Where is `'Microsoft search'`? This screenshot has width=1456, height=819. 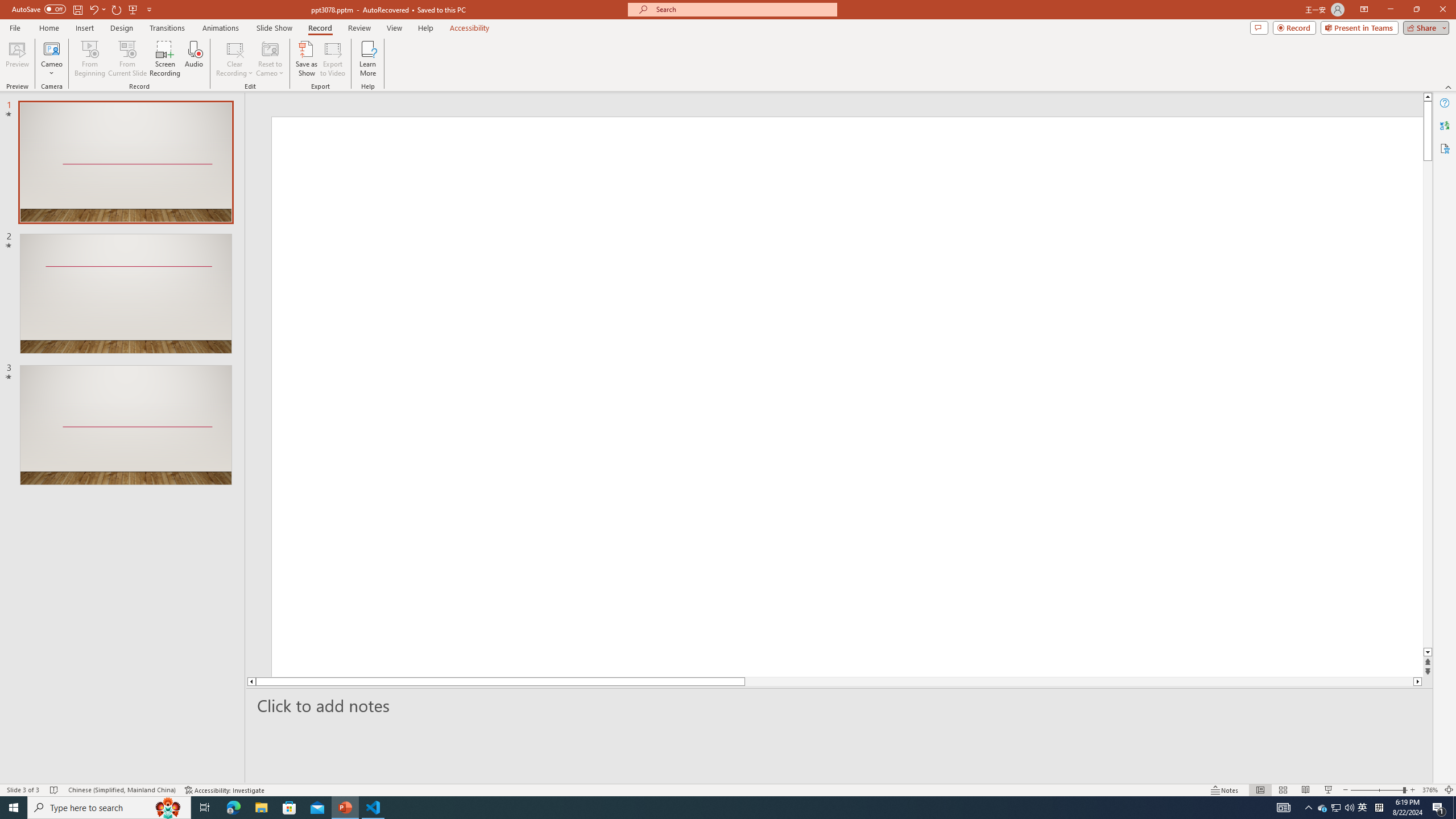
'Microsoft search' is located at coordinates (742, 9).